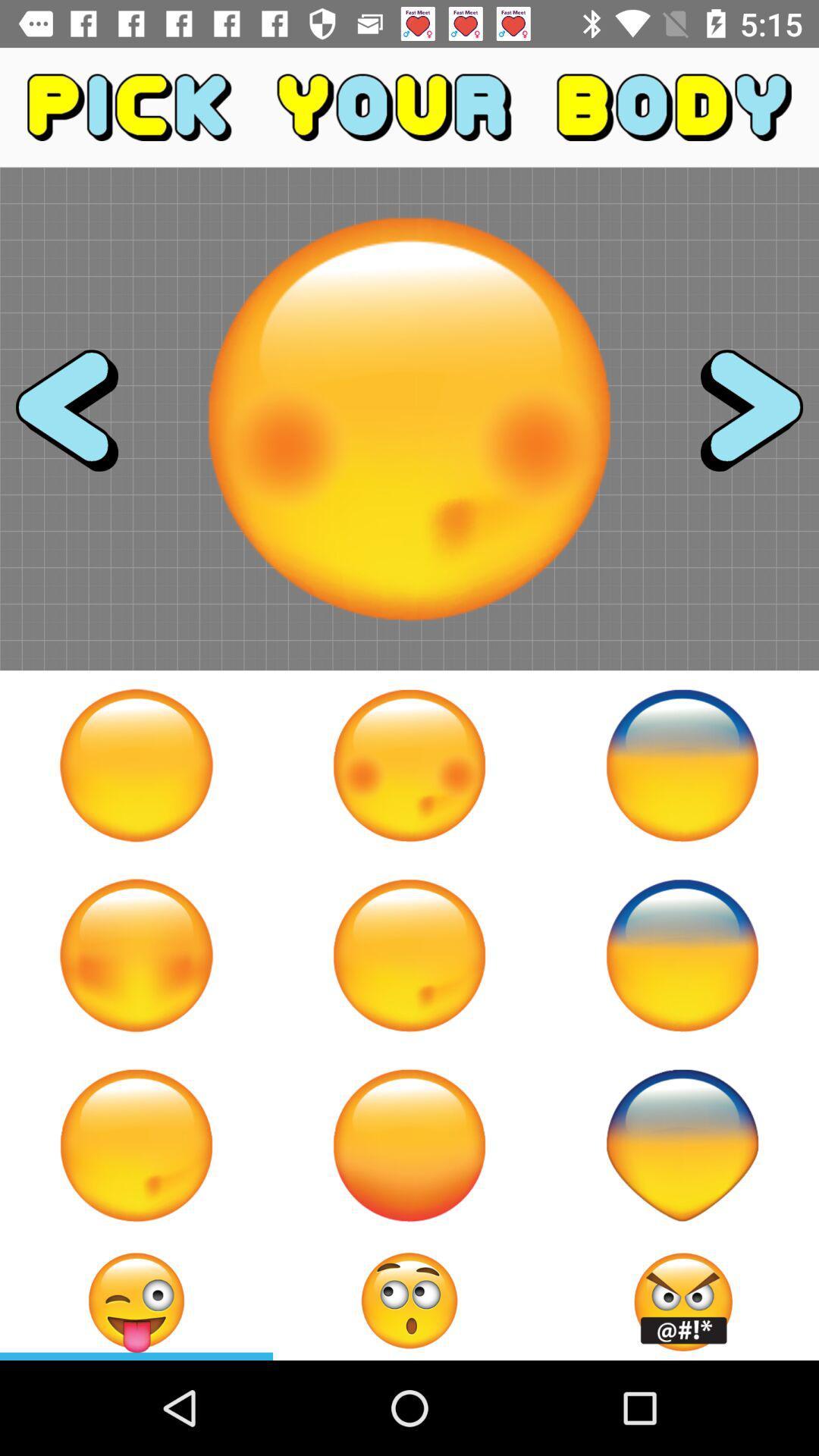  What do you see at coordinates (409, 954) in the screenshot?
I see `change face` at bounding box center [409, 954].